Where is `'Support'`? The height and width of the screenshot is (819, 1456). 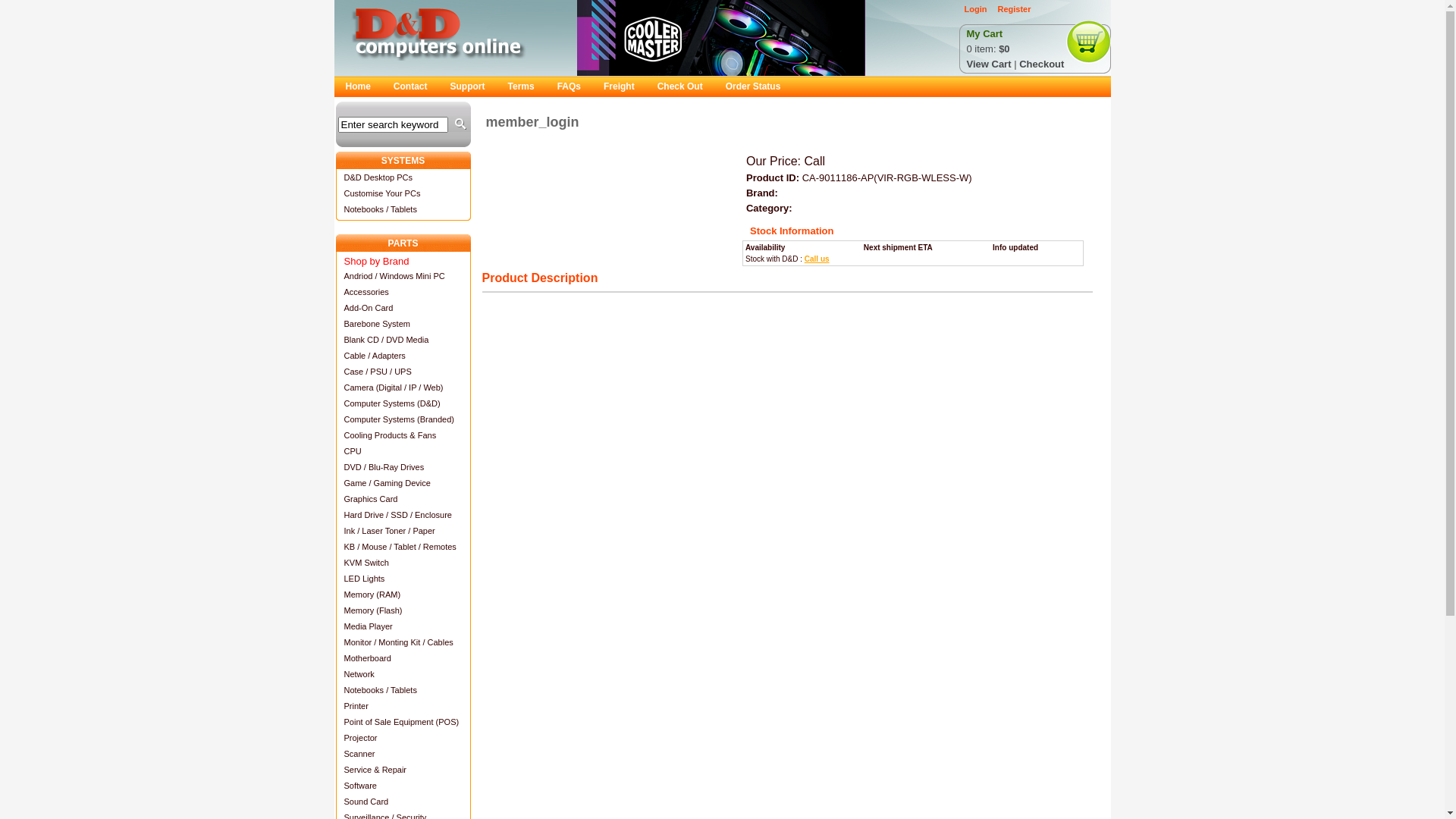 'Support' is located at coordinates (467, 86).